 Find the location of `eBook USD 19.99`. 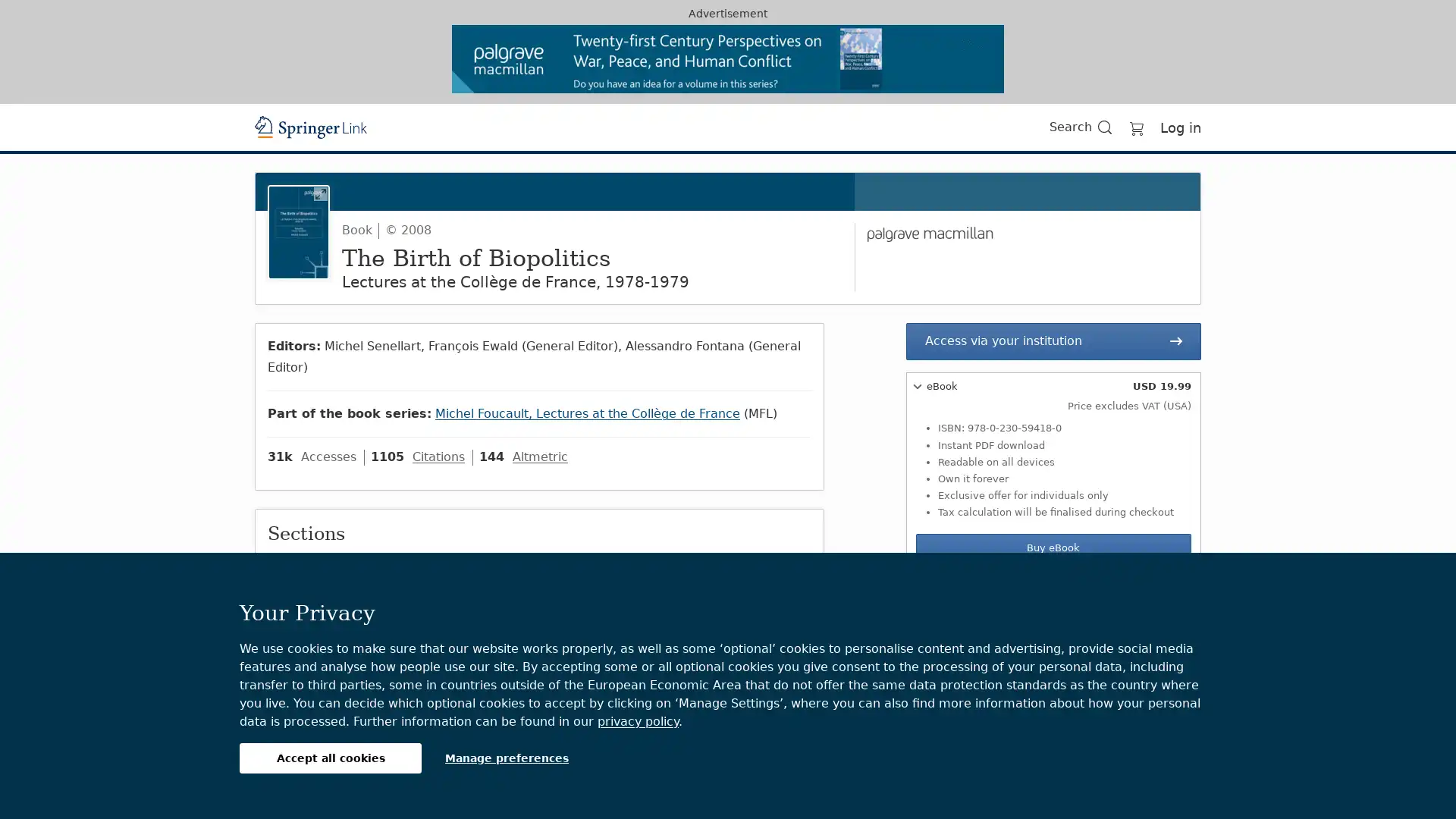

eBook USD 19.99 is located at coordinates (1052, 385).